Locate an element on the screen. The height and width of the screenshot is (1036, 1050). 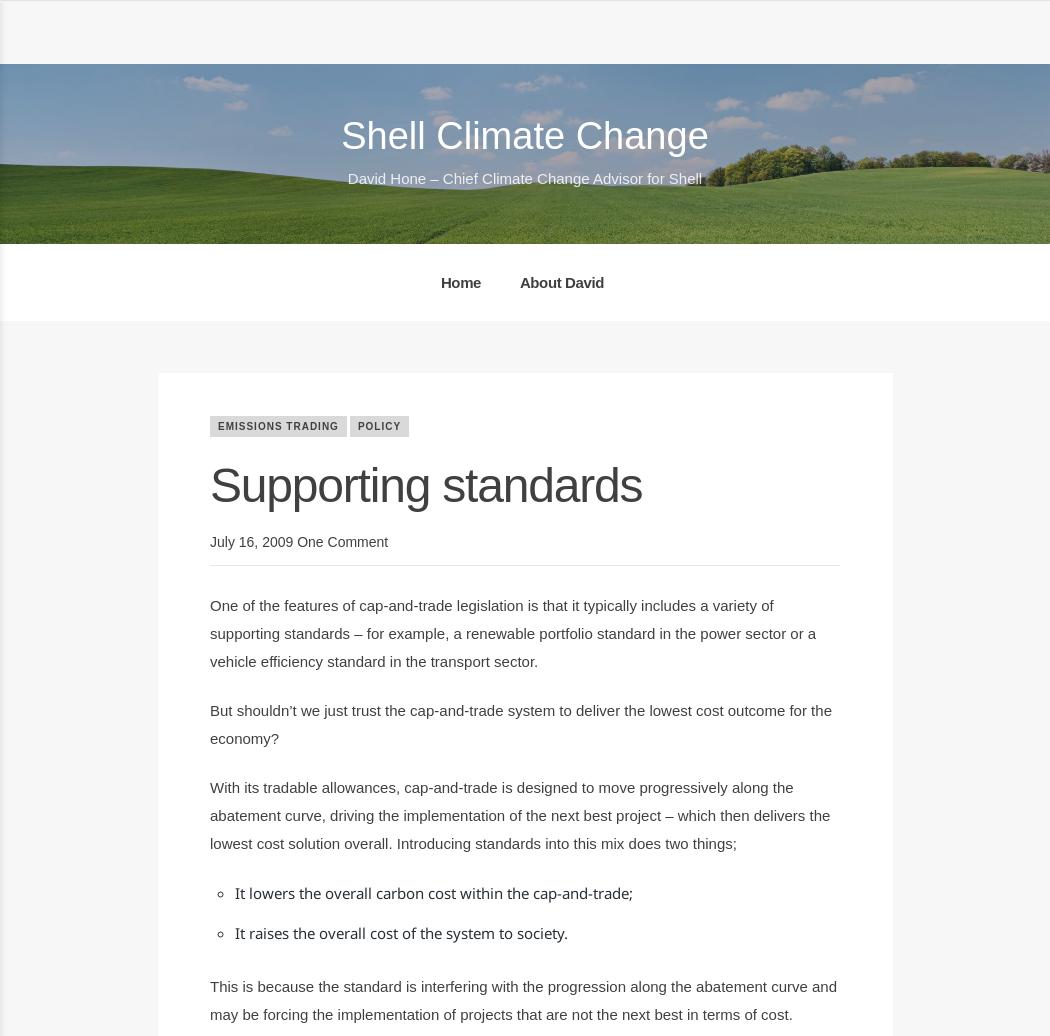
'One Comment' is located at coordinates (296, 542).